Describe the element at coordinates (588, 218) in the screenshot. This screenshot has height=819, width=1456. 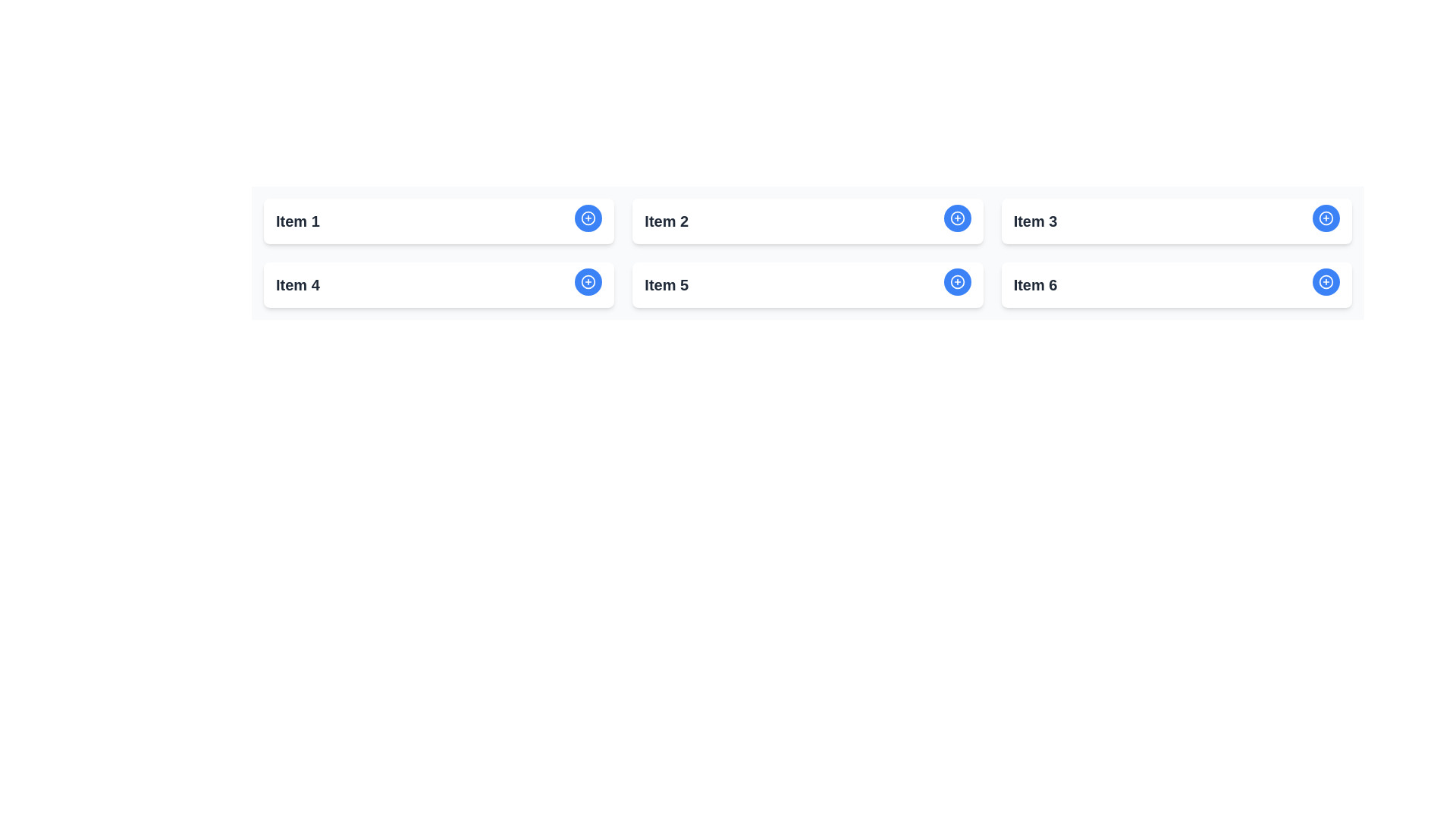
I see `the button located at the bottom-right corner of the card labeled 'Item 1' to perform an action related to this item` at that location.